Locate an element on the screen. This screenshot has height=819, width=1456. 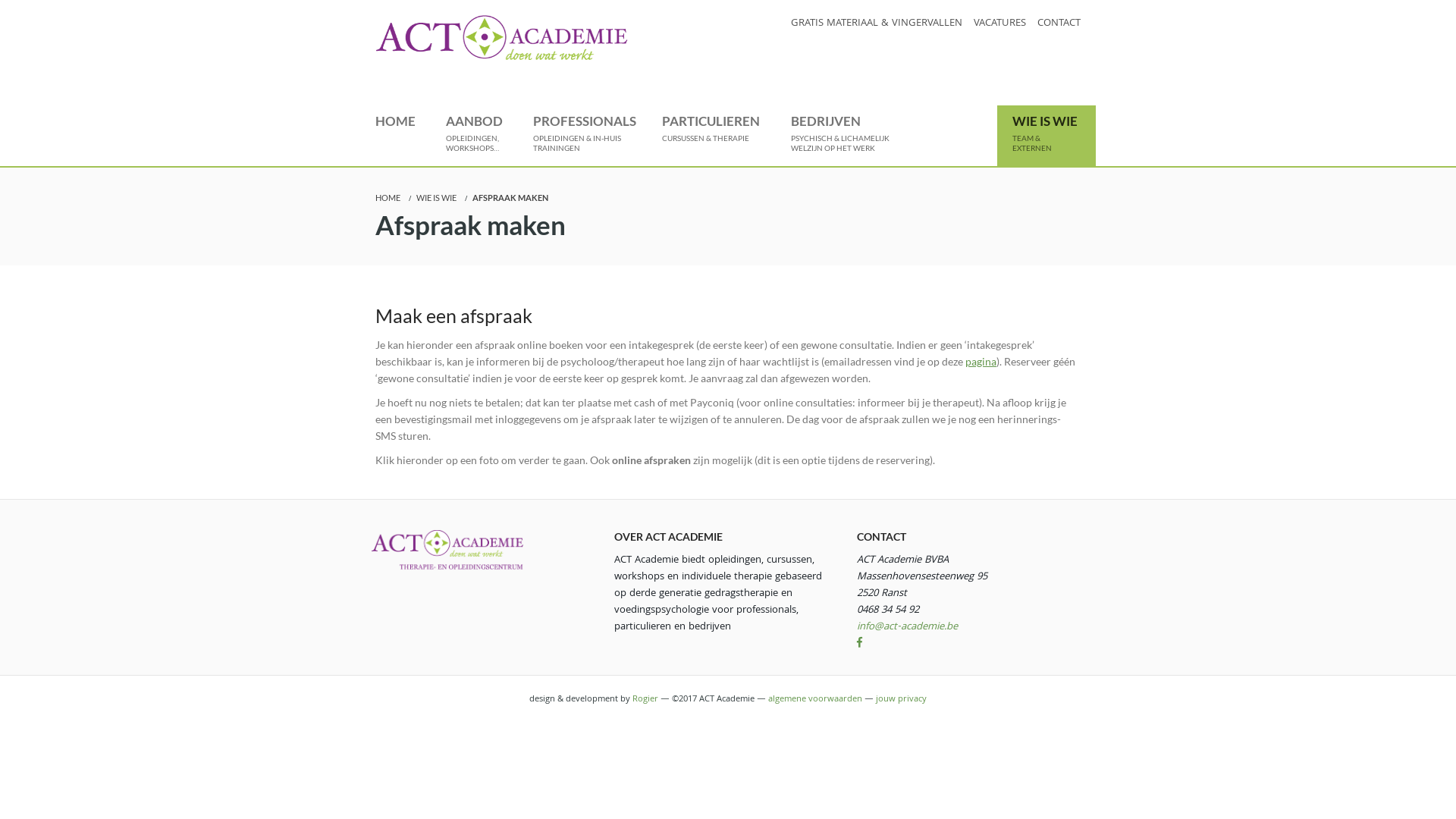
'ACT Academie' is located at coordinates (501, 36).